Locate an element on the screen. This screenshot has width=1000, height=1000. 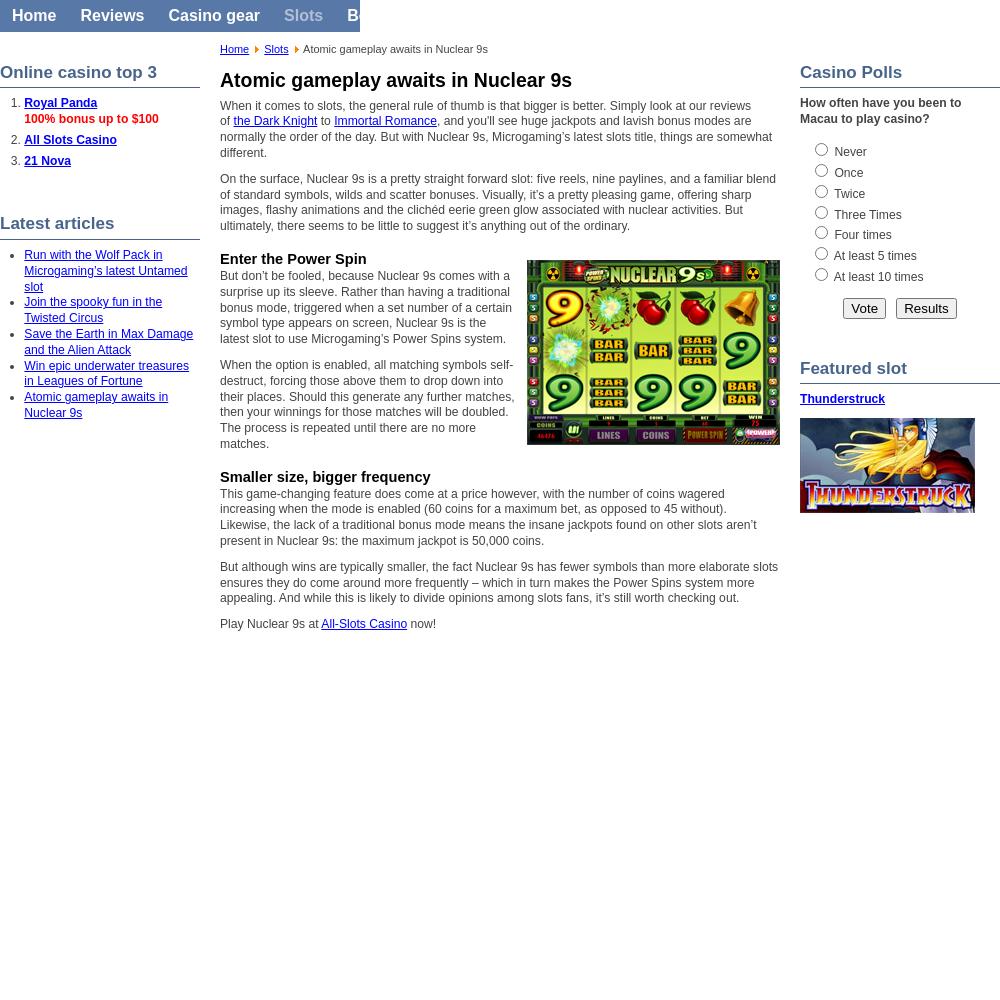
'All Slots Casino' is located at coordinates (69, 140).